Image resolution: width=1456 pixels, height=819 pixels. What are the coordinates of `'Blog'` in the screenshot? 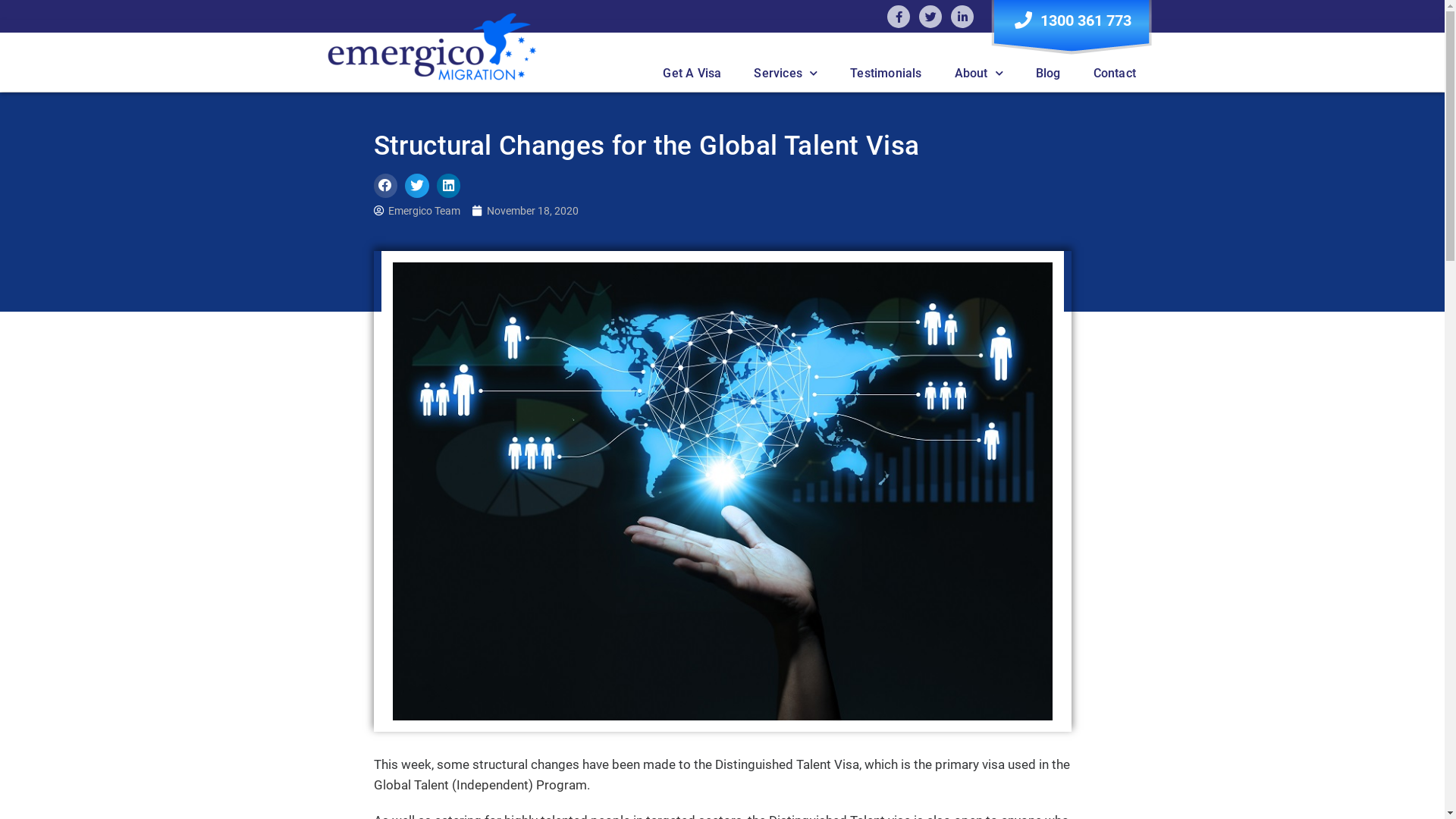 It's located at (1047, 73).